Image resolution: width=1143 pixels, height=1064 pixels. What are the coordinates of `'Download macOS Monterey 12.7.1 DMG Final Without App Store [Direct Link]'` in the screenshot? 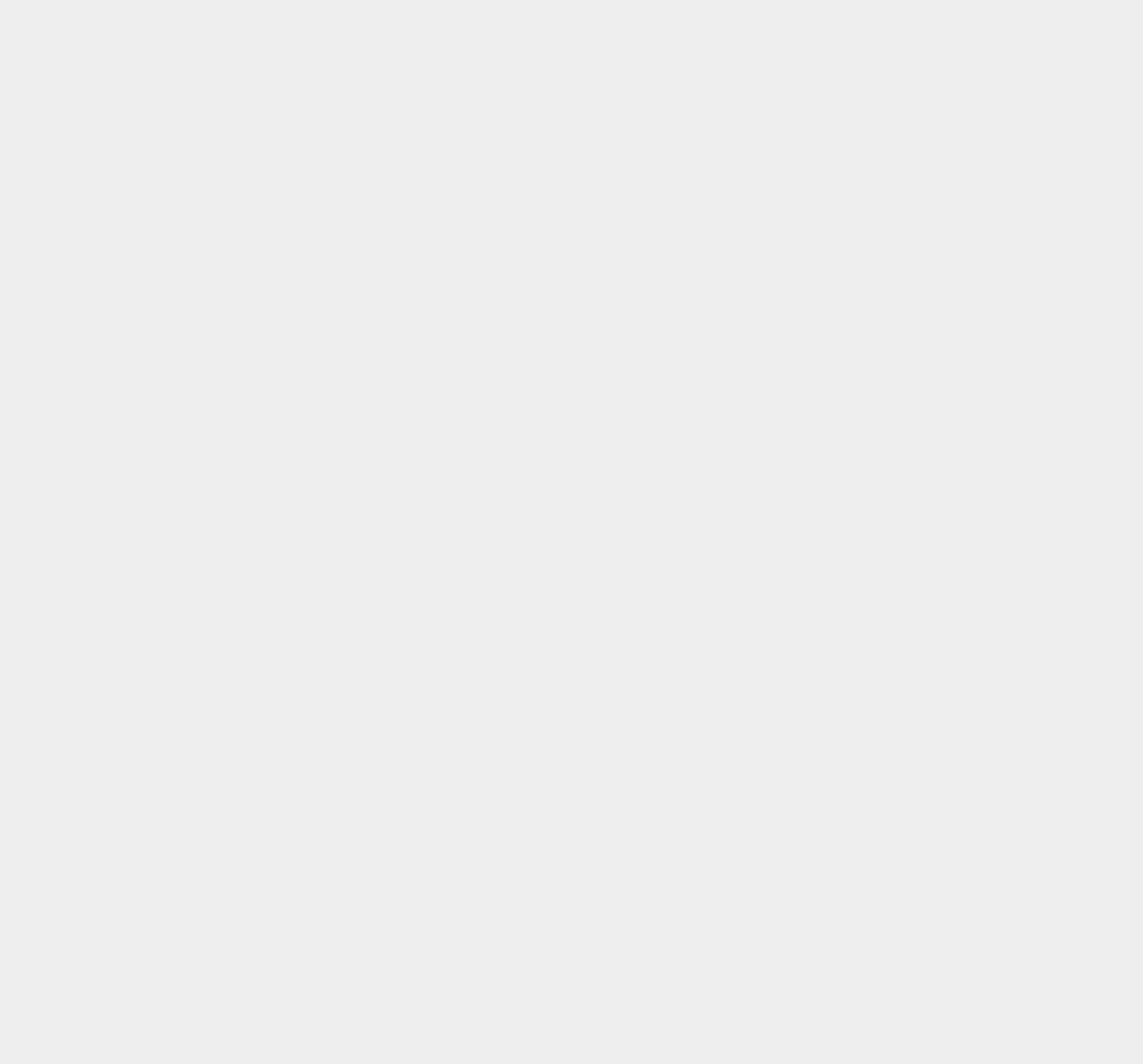 It's located at (970, 347).